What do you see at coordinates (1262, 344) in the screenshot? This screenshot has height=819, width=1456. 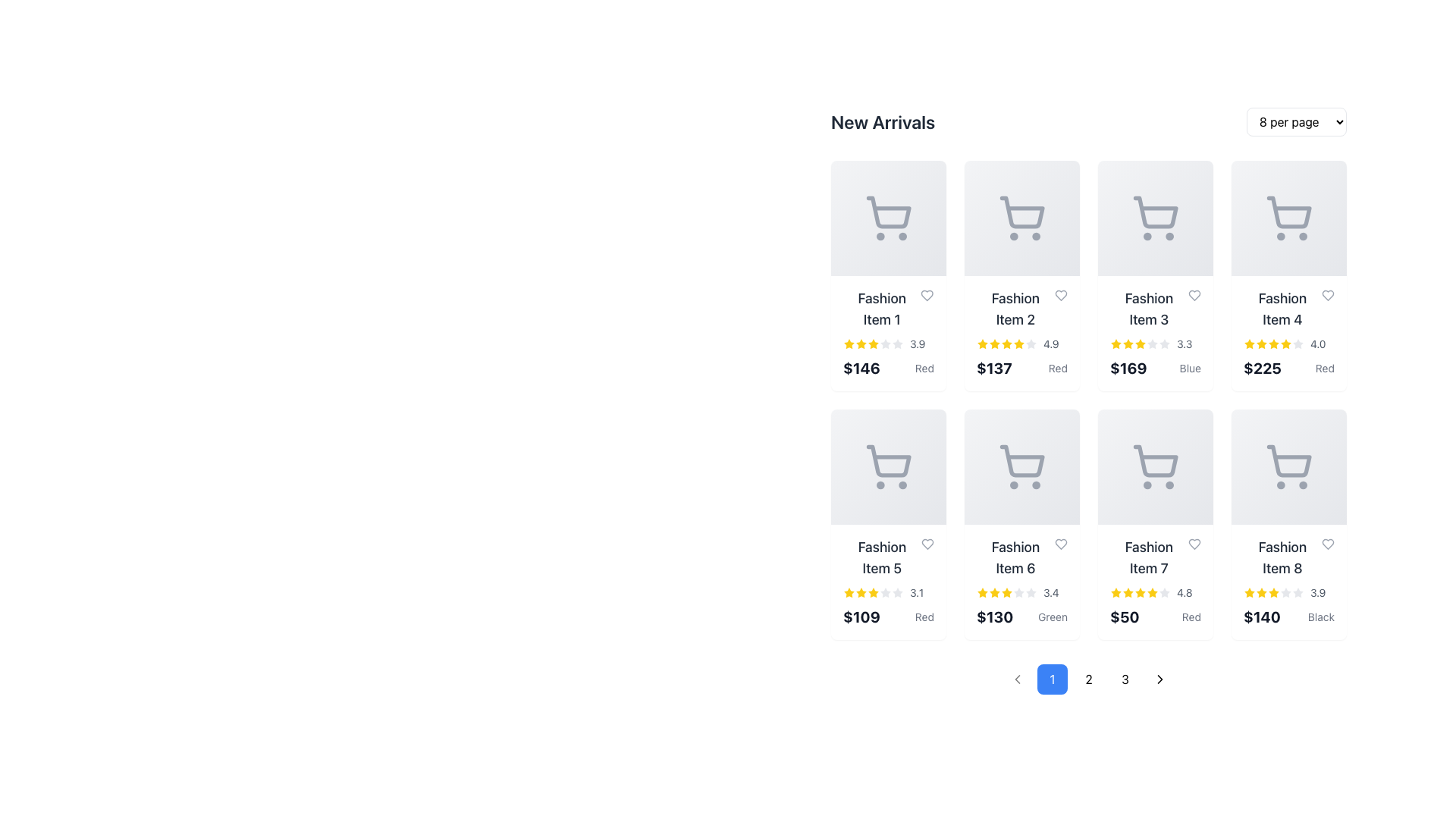 I see `the fourth star icon in the star rating component for the item labeled 'Fashion Item 4' to receive feedback` at bounding box center [1262, 344].